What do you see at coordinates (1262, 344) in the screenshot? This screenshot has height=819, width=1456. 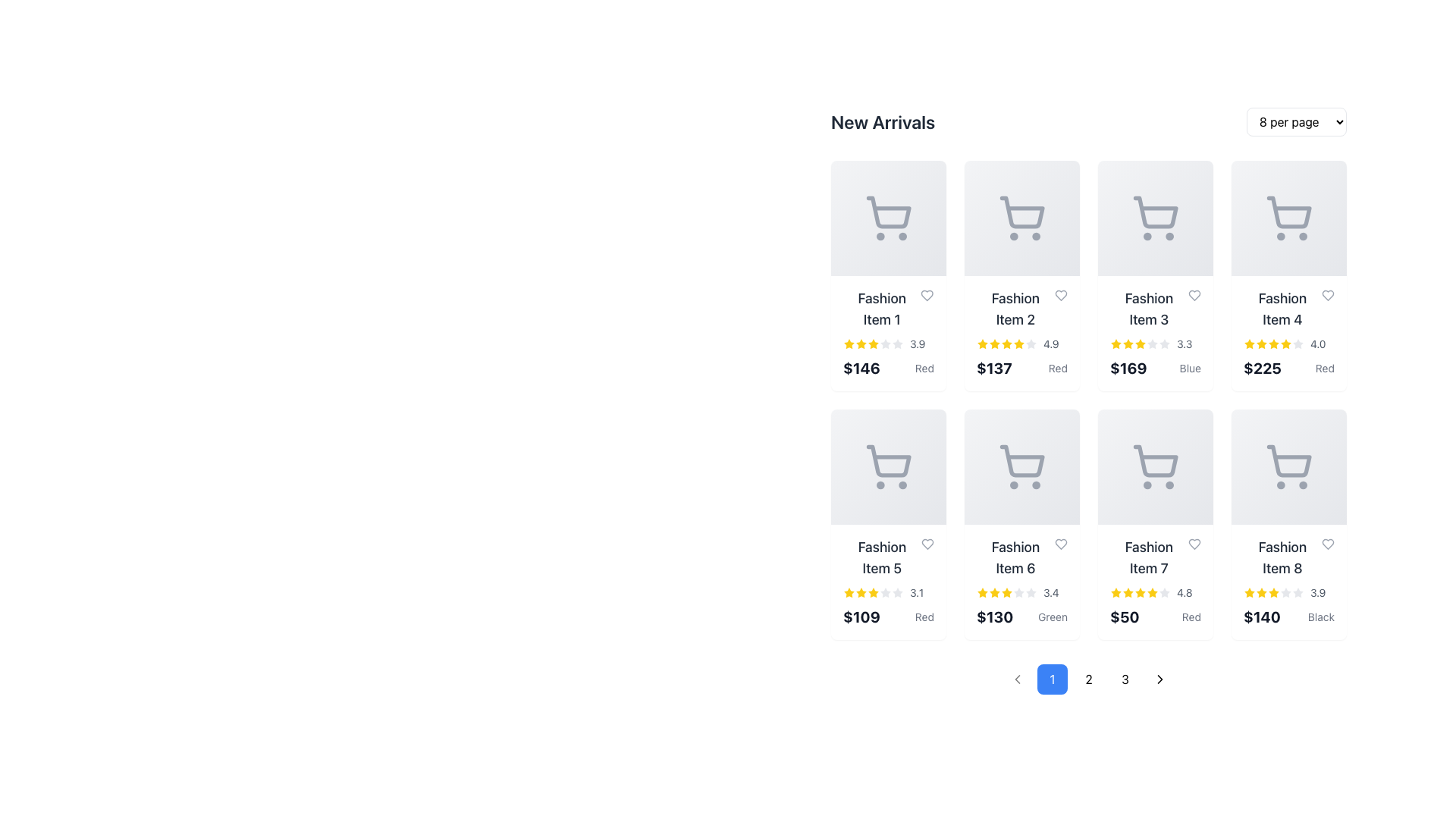 I see `the fourth star icon in the star rating component for the item labeled 'Fashion Item 4' to receive feedback` at bounding box center [1262, 344].